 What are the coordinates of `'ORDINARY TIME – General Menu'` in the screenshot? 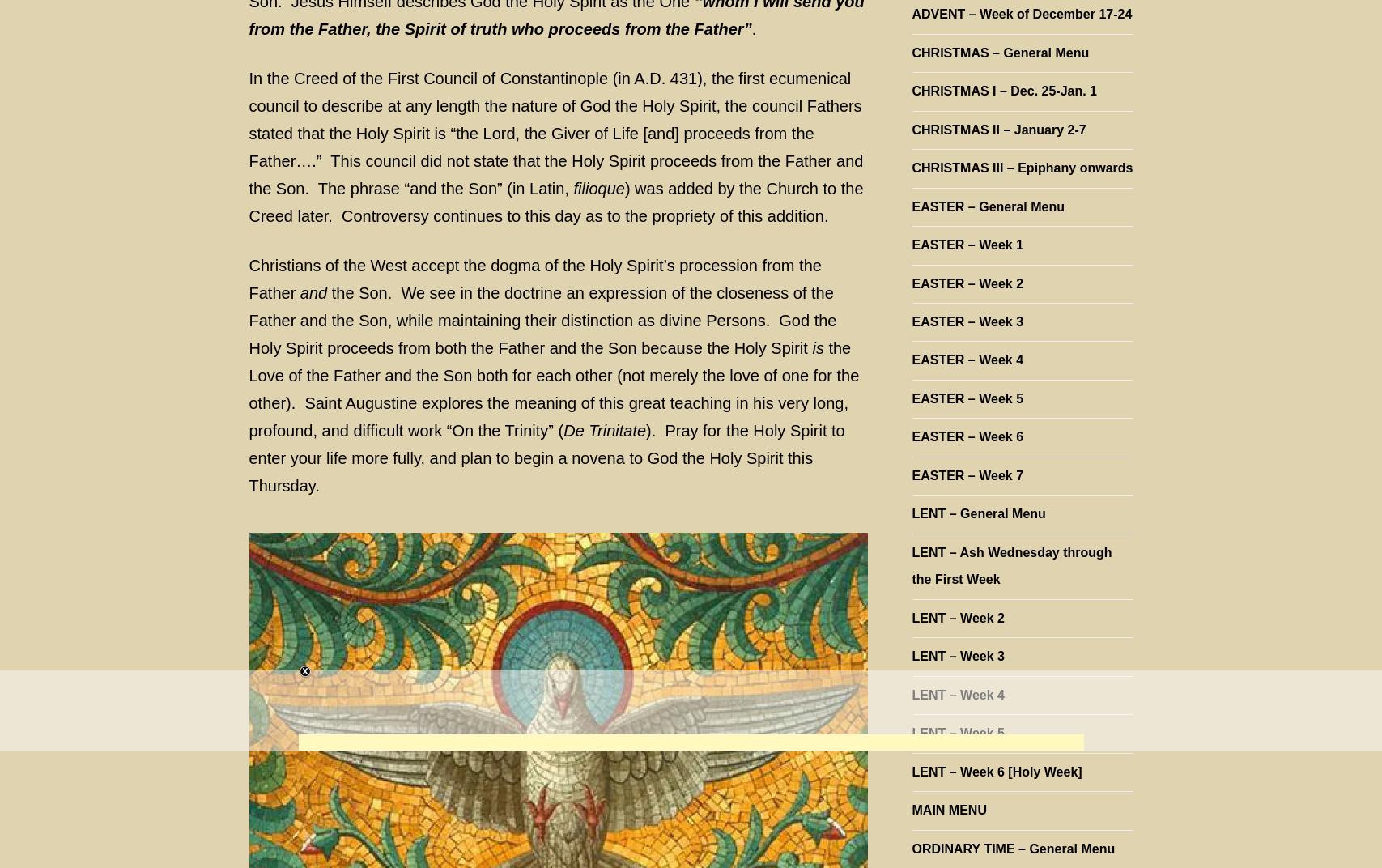 It's located at (1012, 848).